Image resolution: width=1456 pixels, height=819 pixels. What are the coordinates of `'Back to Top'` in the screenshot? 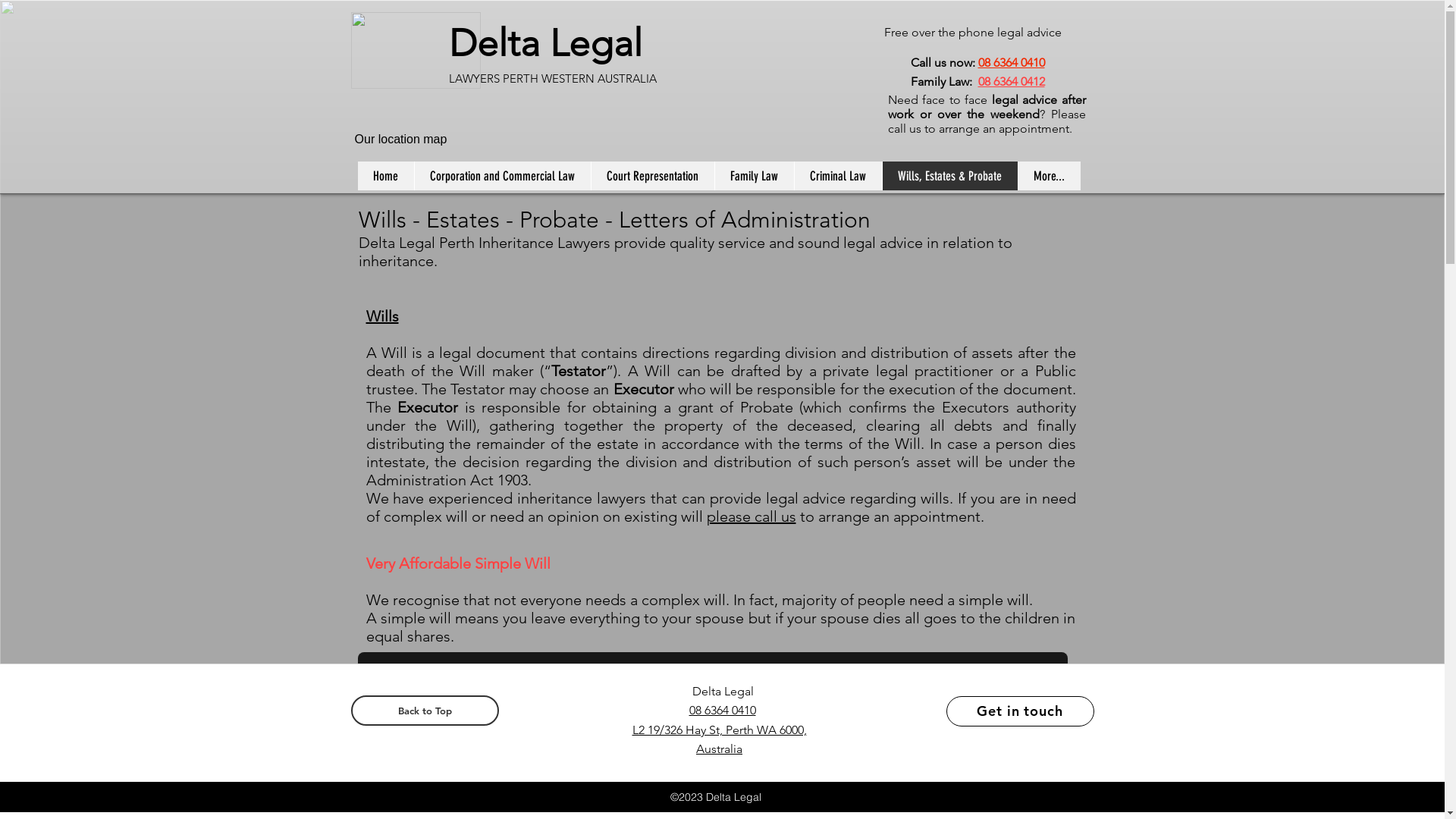 It's located at (349, 711).